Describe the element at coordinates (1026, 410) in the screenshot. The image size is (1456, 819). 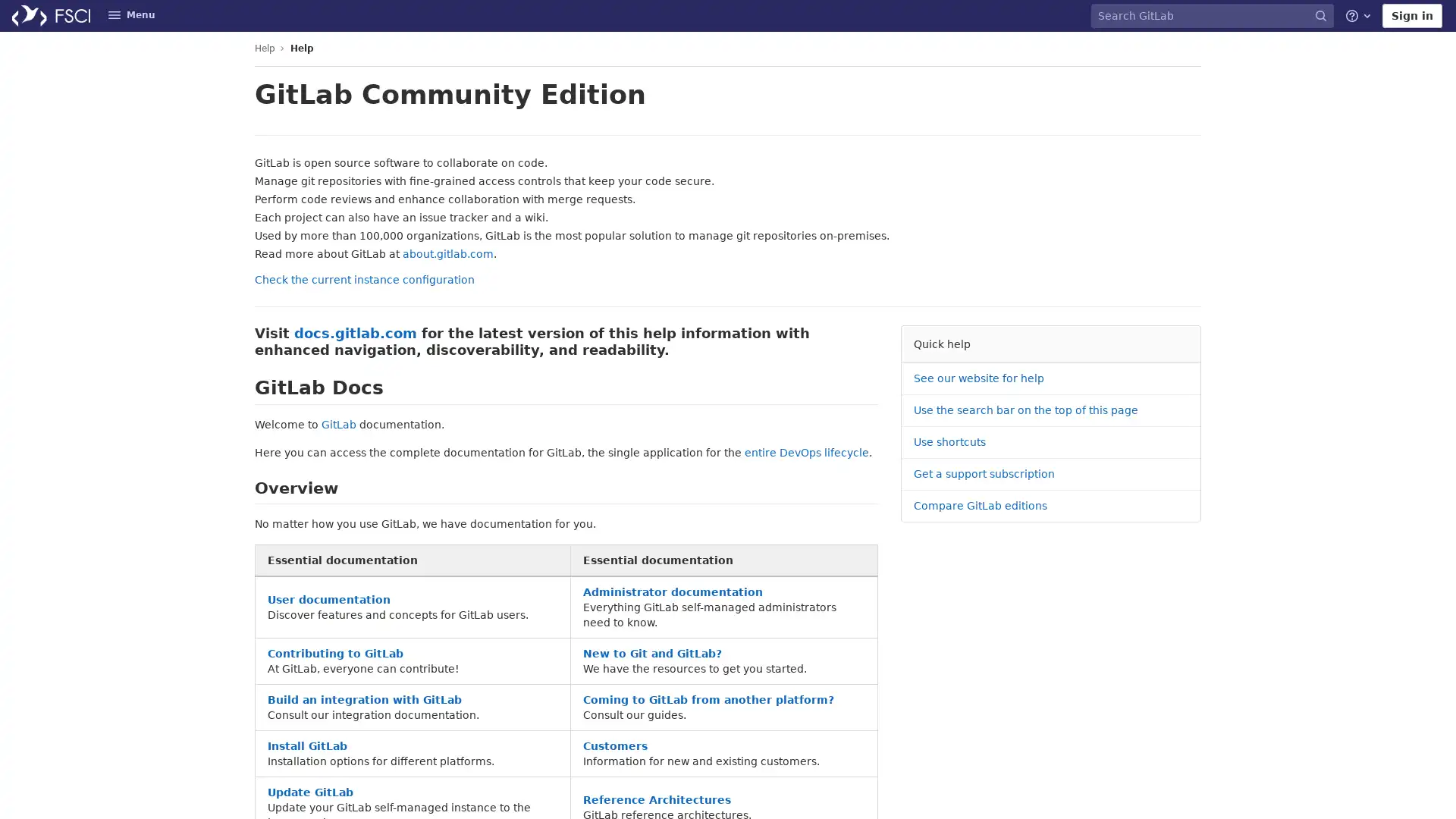
I see `Use the search bar on the top of this page` at that location.